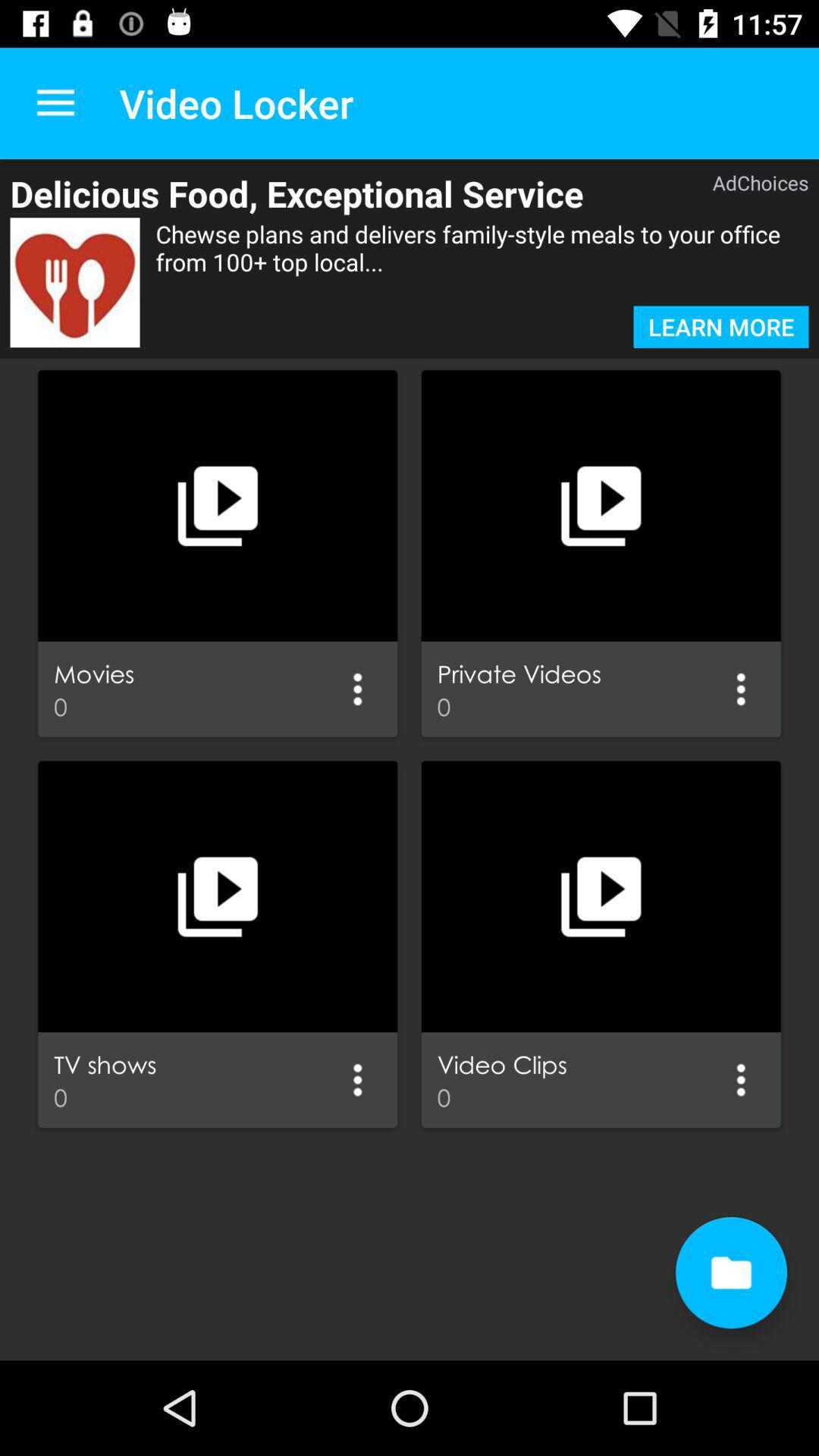  What do you see at coordinates (337, 193) in the screenshot?
I see `the icon next to adchoices` at bounding box center [337, 193].